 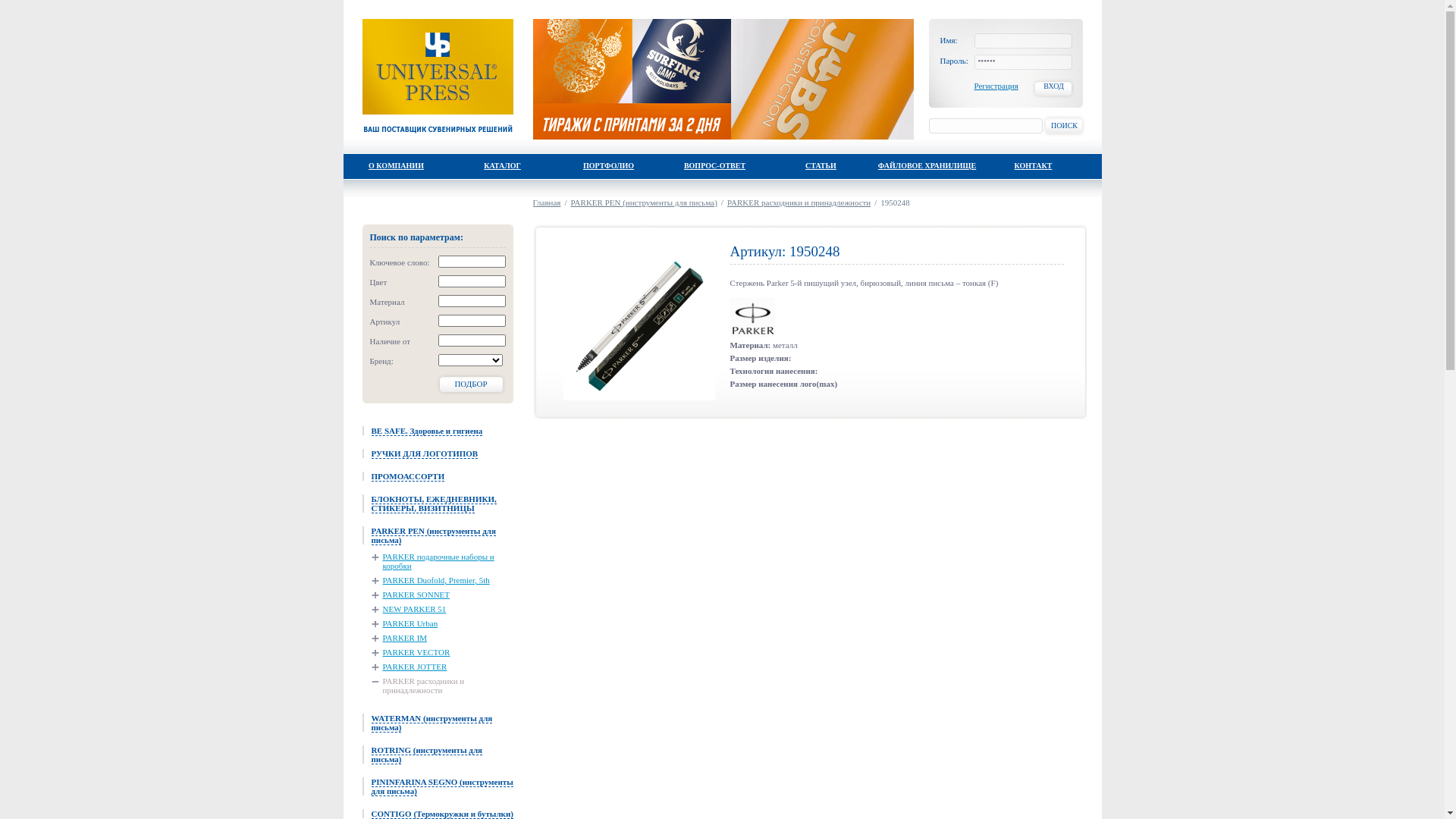 What do you see at coordinates (411, 593) in the screenshot?
I see `'PARKER SONNET'` at bounding box center [411, 593].